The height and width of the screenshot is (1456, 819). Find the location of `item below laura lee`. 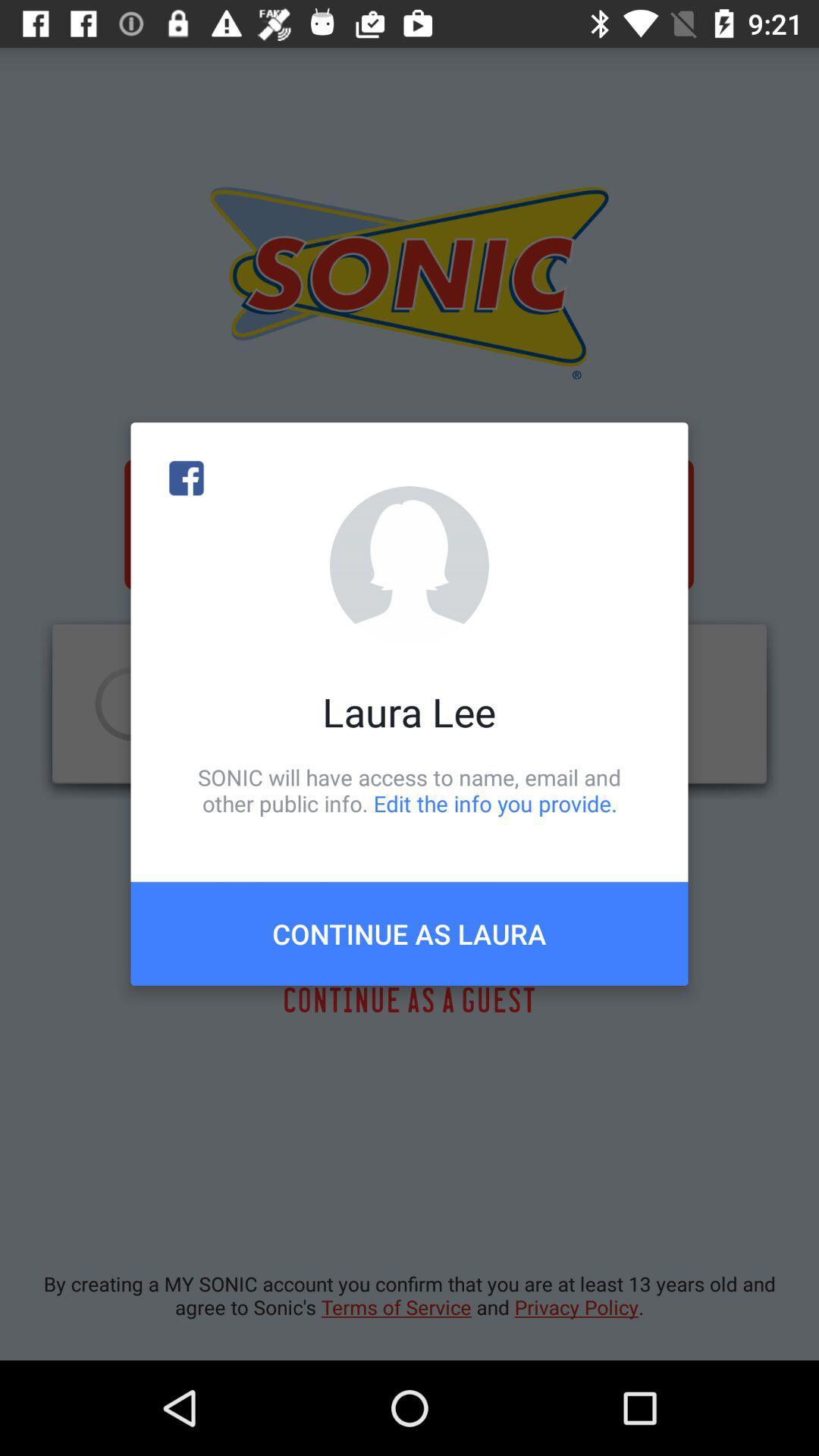

item below laura lee is located at coordinates (409, 789).